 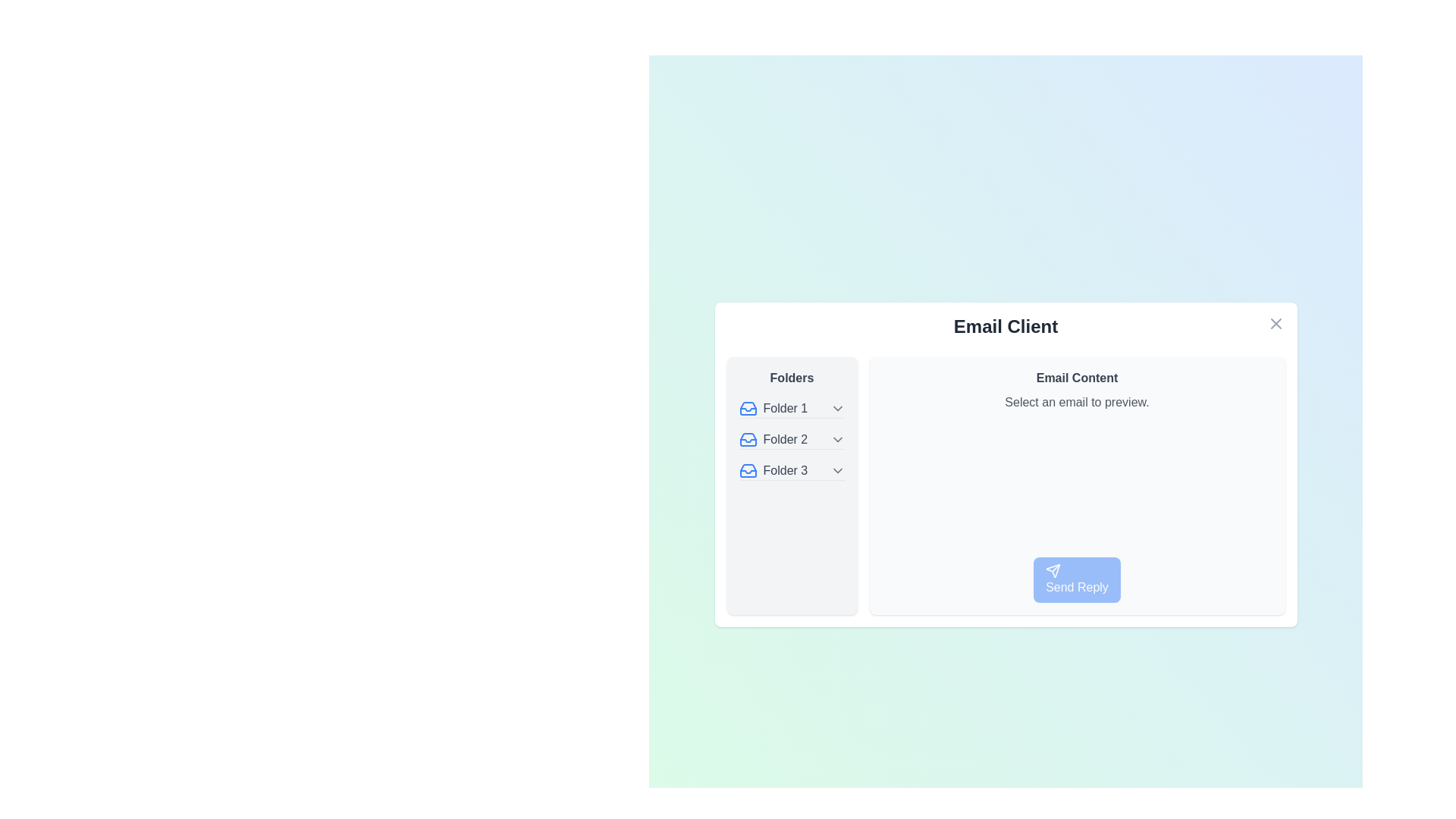 I want to click on the static text label 'Folder 1' that is styled with a medium-weight font and gray color, located next to a folder icon in the top-left panel of the 'Folders' section, so click(x=785, y=408).